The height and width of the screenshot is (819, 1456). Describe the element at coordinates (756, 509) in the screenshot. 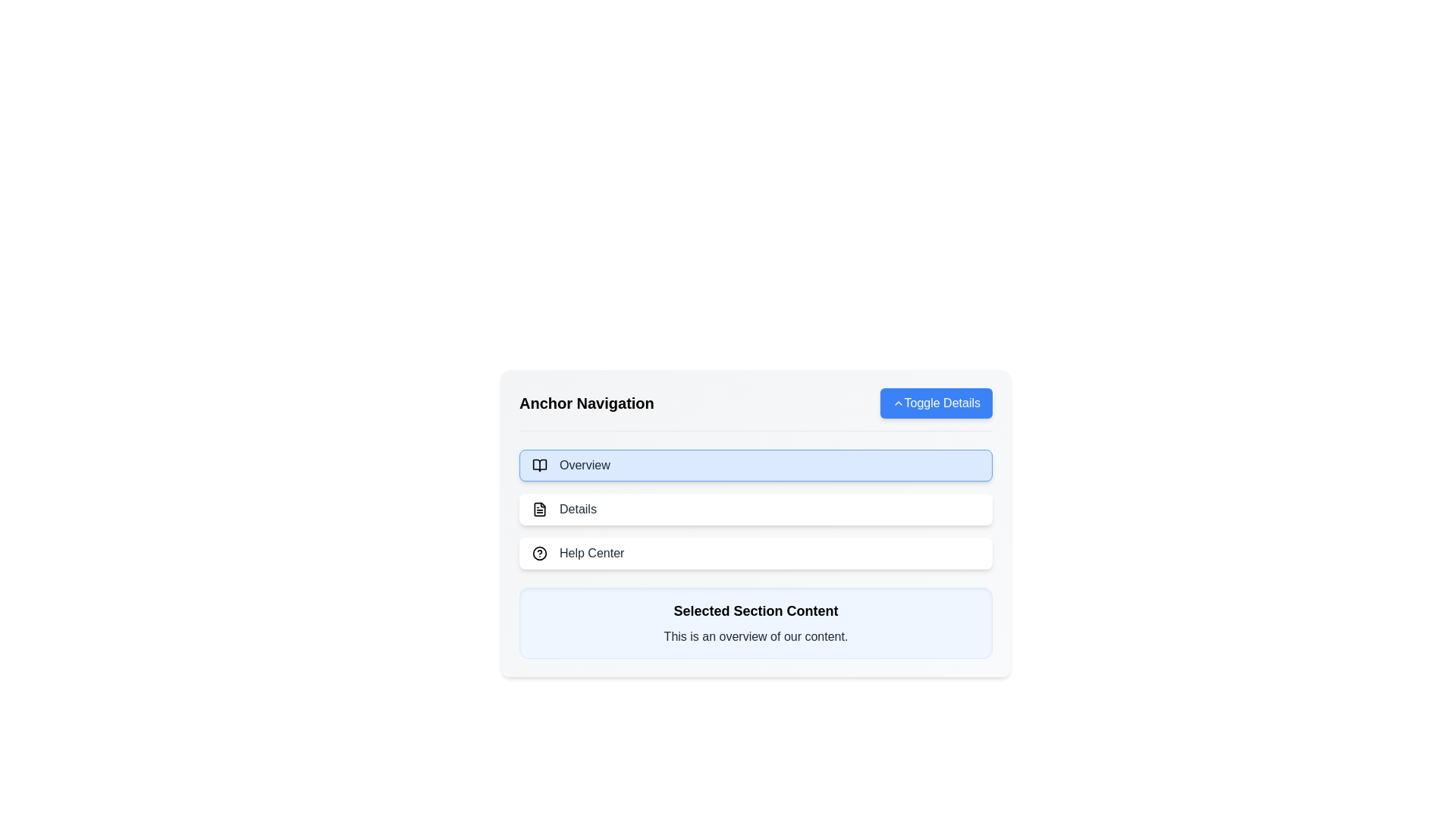

I see `the navigation button for accessing the 'Details' section, which is located below the 'Overview' button and above the 'Help Center' button` at that location.